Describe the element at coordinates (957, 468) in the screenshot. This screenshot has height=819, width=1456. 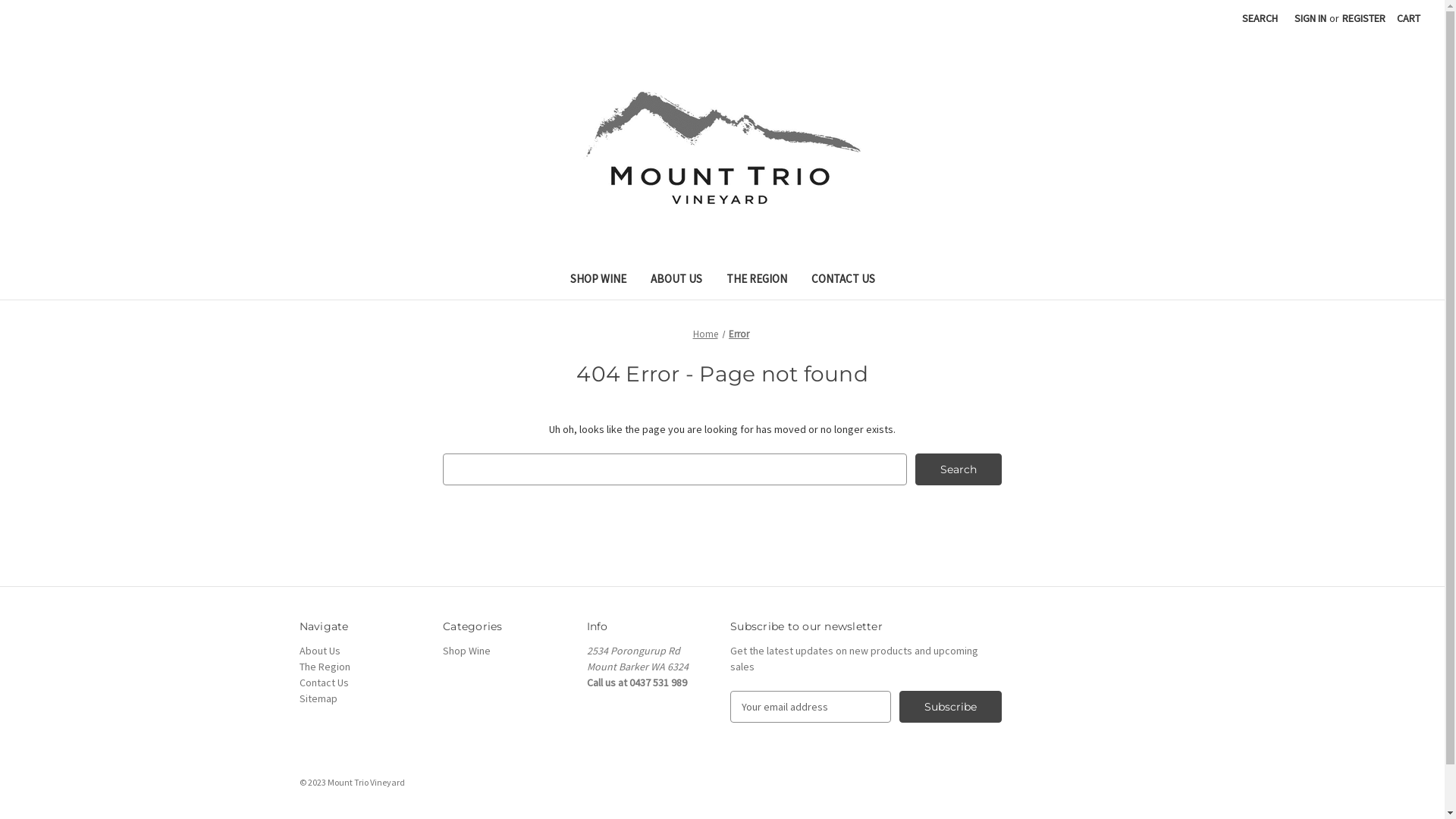
I see `'Search'` at that location.